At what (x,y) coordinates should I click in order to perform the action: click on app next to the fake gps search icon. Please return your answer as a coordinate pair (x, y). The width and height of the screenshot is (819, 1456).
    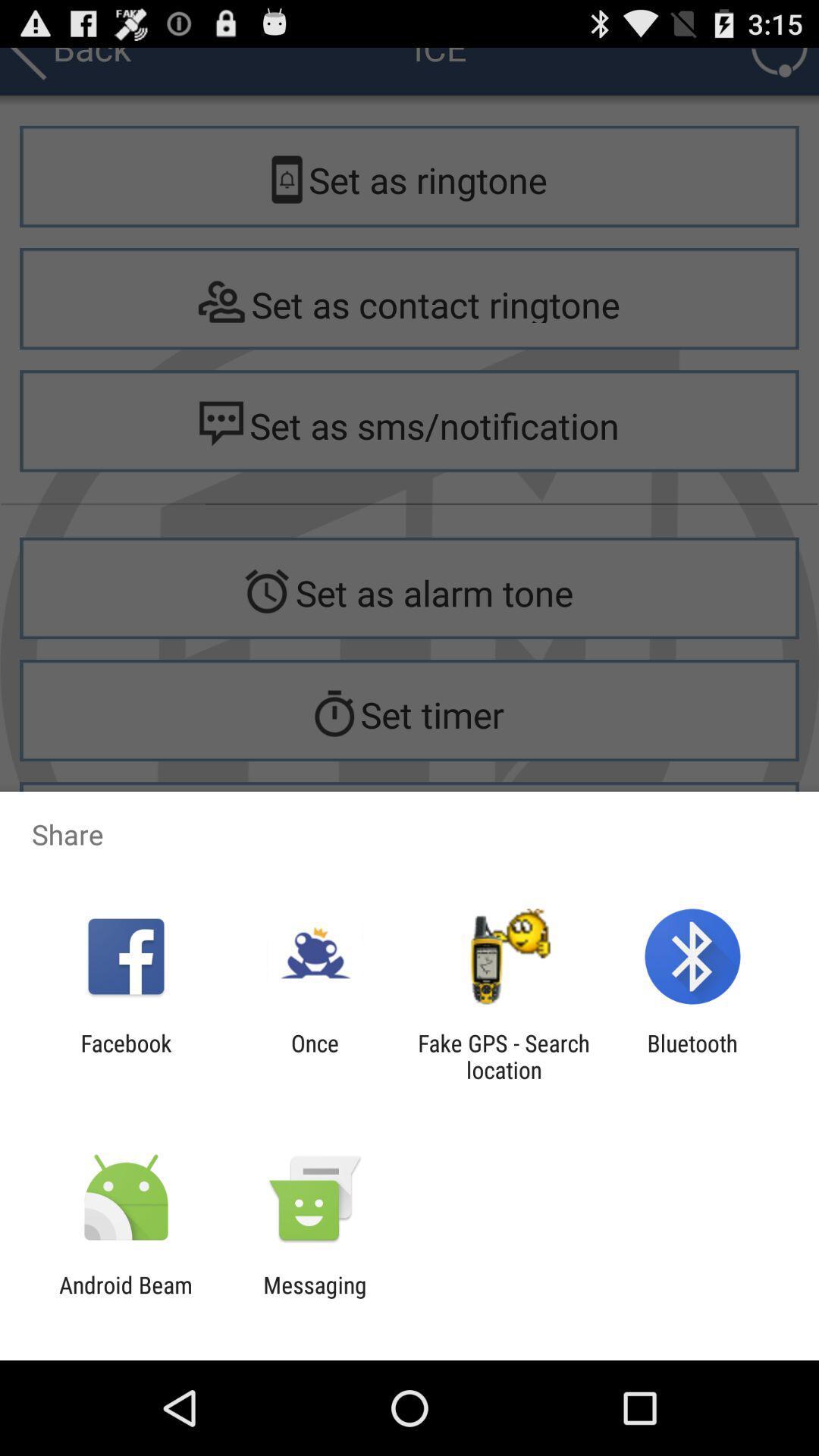
    Looking at the image, I should click on (692, 1056).